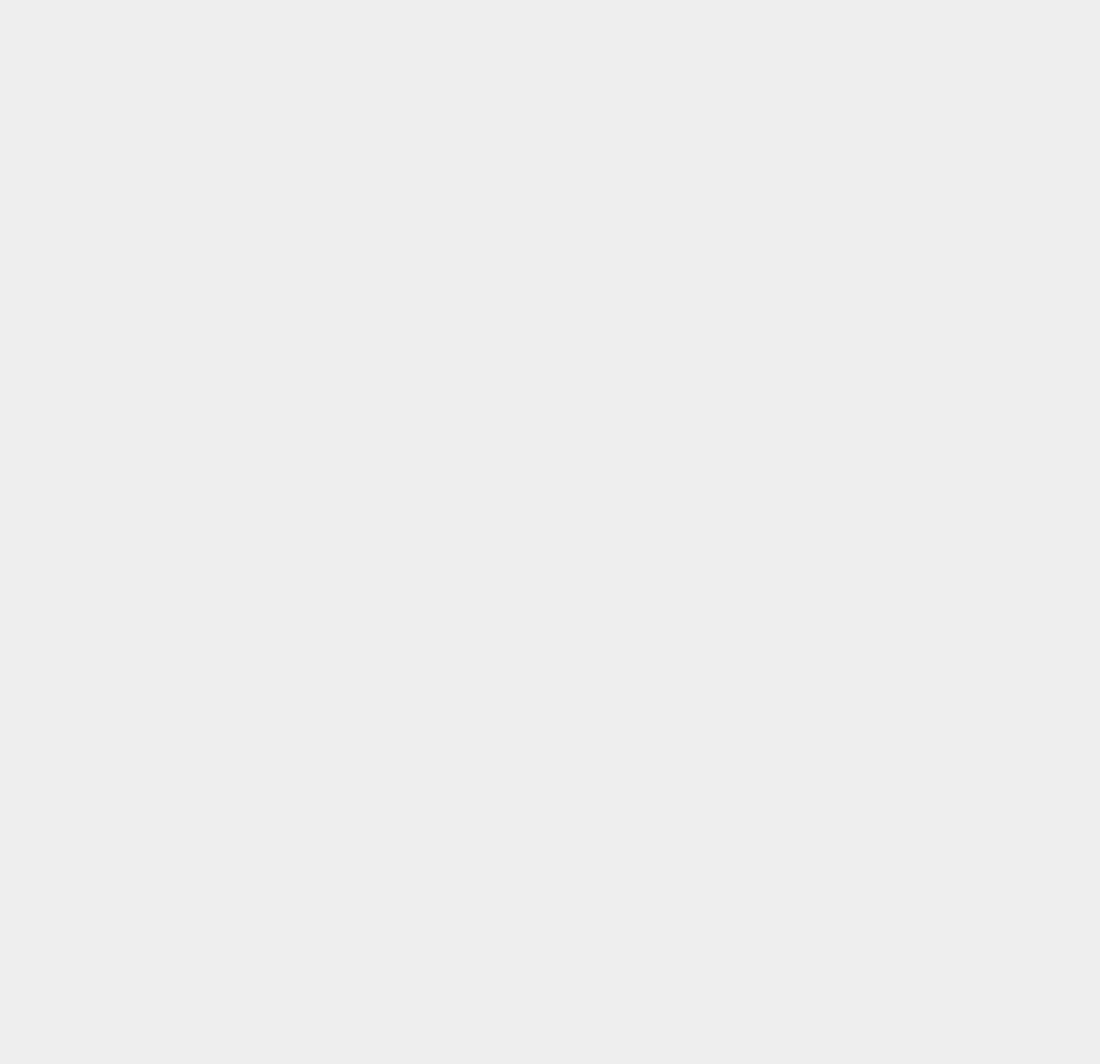  Describe the element at coordinates (844, 310) in the screenshot. I see `'Windows Server 2012'` at that location.